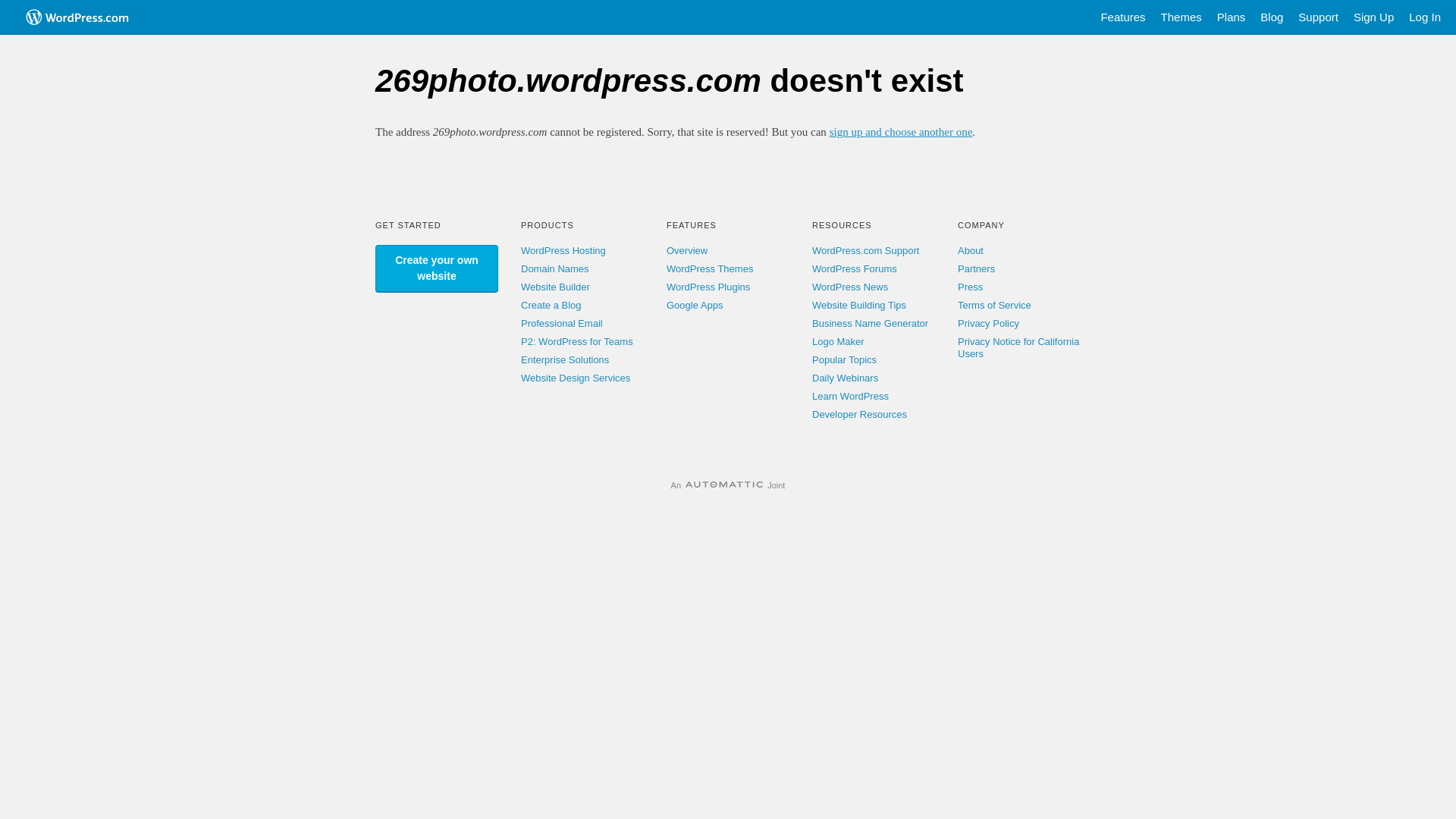  I want to click on 'Google Apps', so click(666, 305).